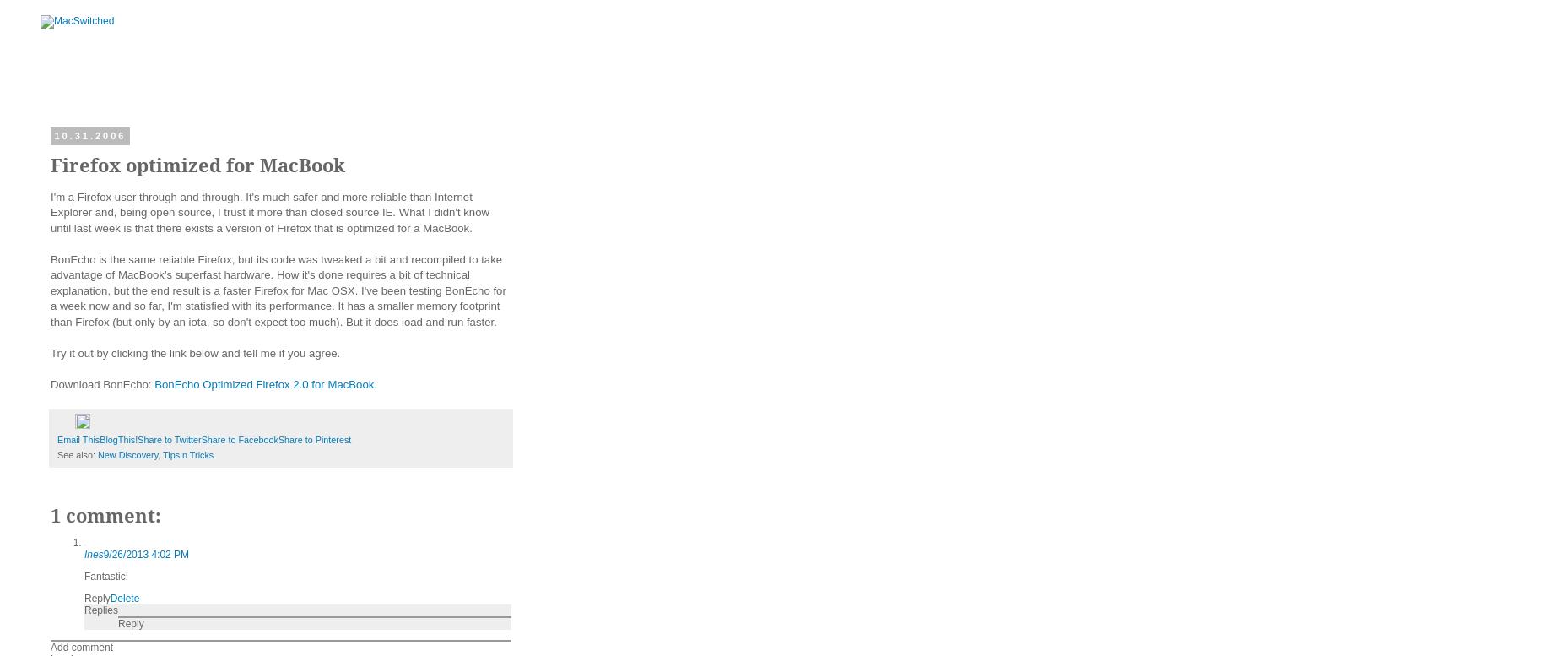  I want to click on 'See also:', so click(76, 453).